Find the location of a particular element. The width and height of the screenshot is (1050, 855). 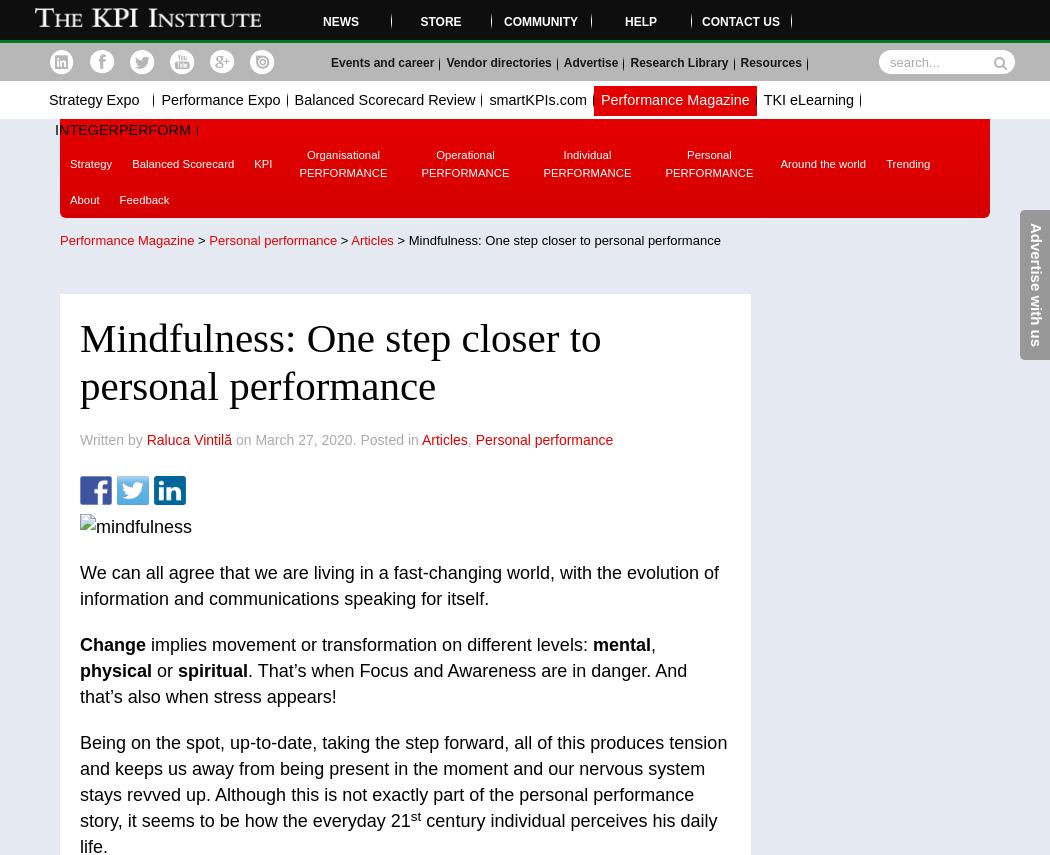

'Balanced Scorecard Review' is located at coordinates (384, 99).